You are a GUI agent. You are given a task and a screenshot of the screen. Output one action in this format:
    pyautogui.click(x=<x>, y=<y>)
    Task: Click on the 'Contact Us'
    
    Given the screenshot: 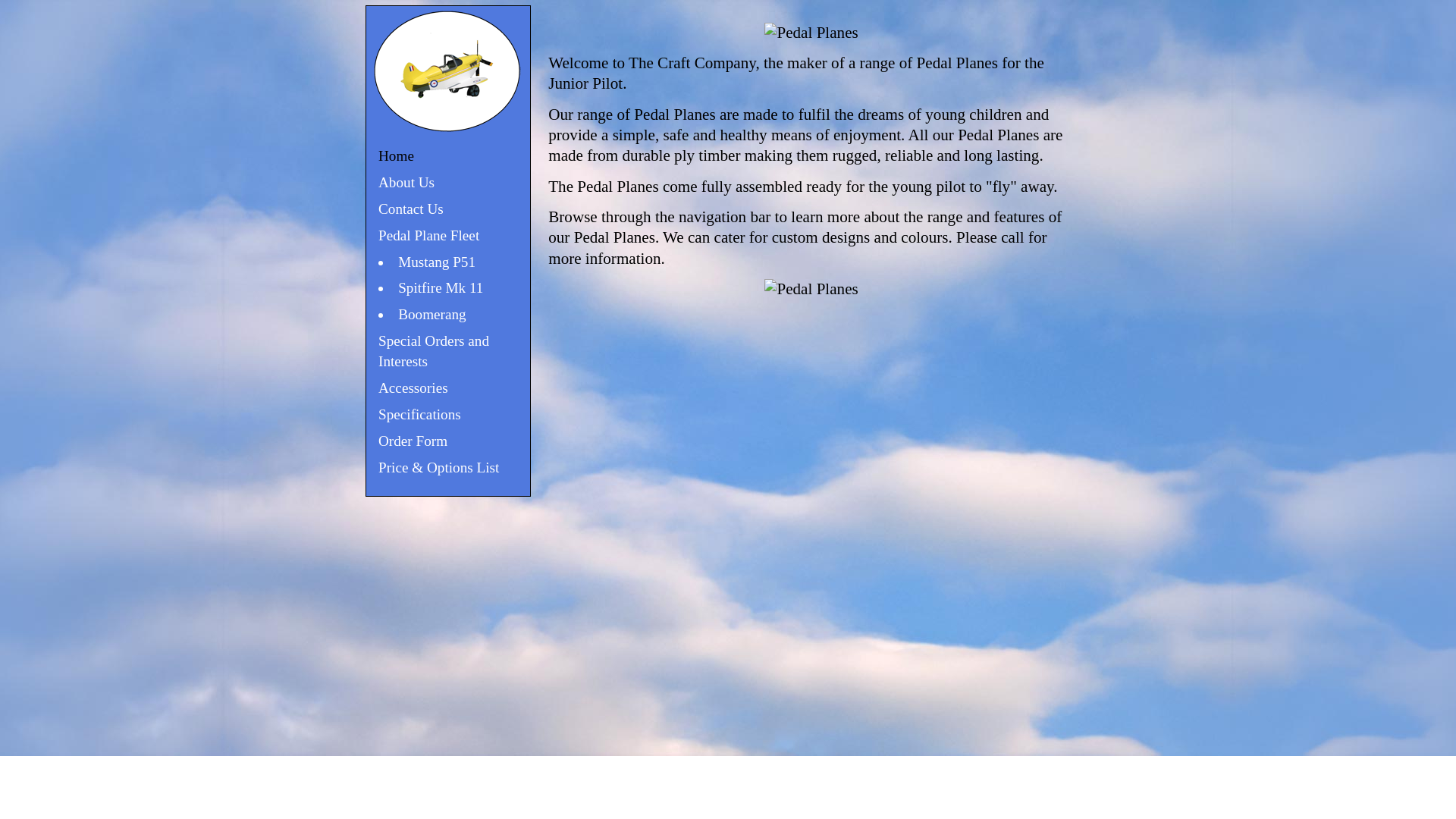 What is the action you would take?
    pyautogui.click(x=378, y=209)
    